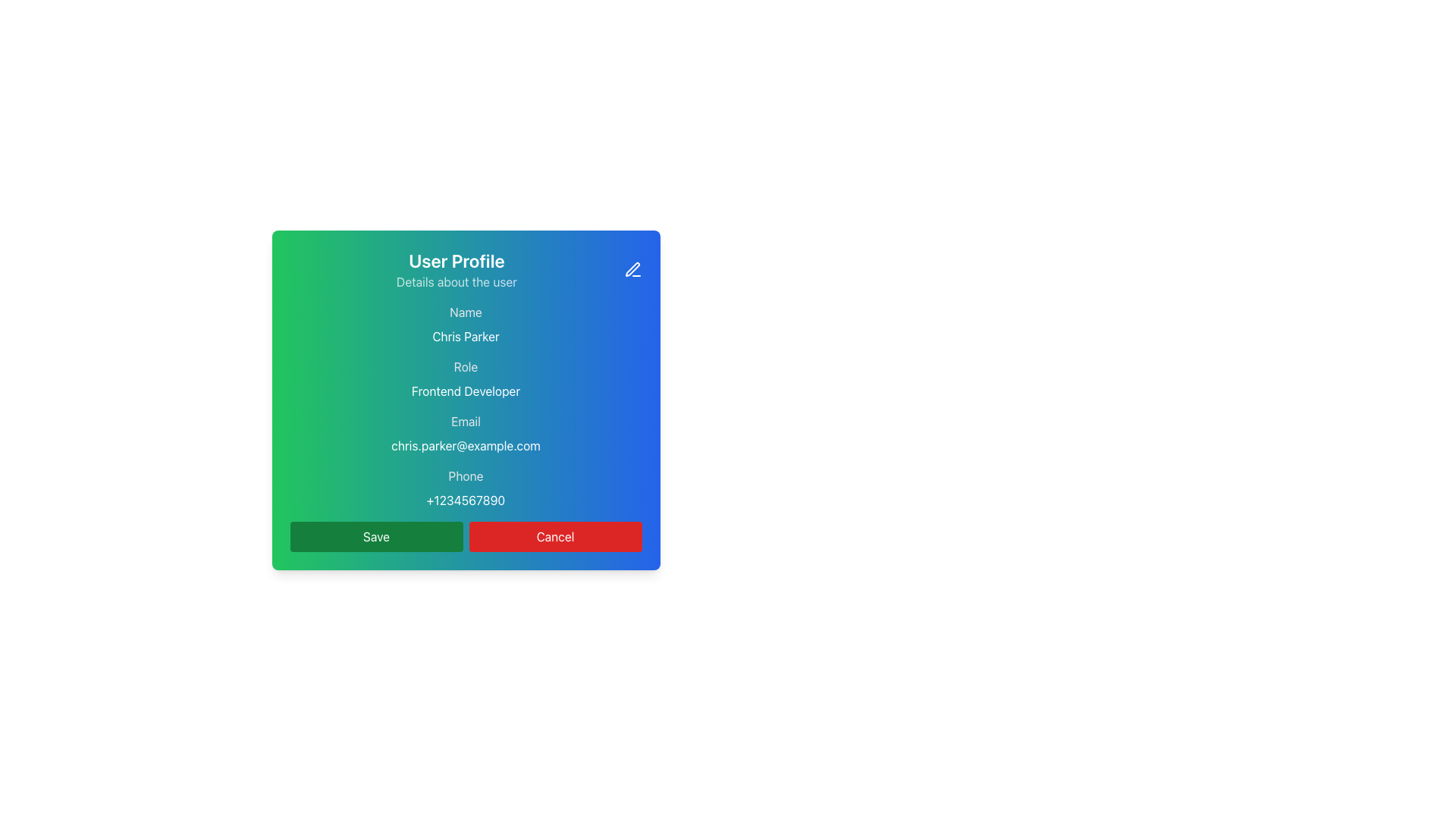 The height and width of the screenshot is (819, 1456). Describe the element at coordinates (465, 378) in the screenshot. I see `the Text Display element that shows 'Role' and 'Frontend Developer', located in the middle of the user profile card, below the 'Name' section and above the 'Email' section` at that location.